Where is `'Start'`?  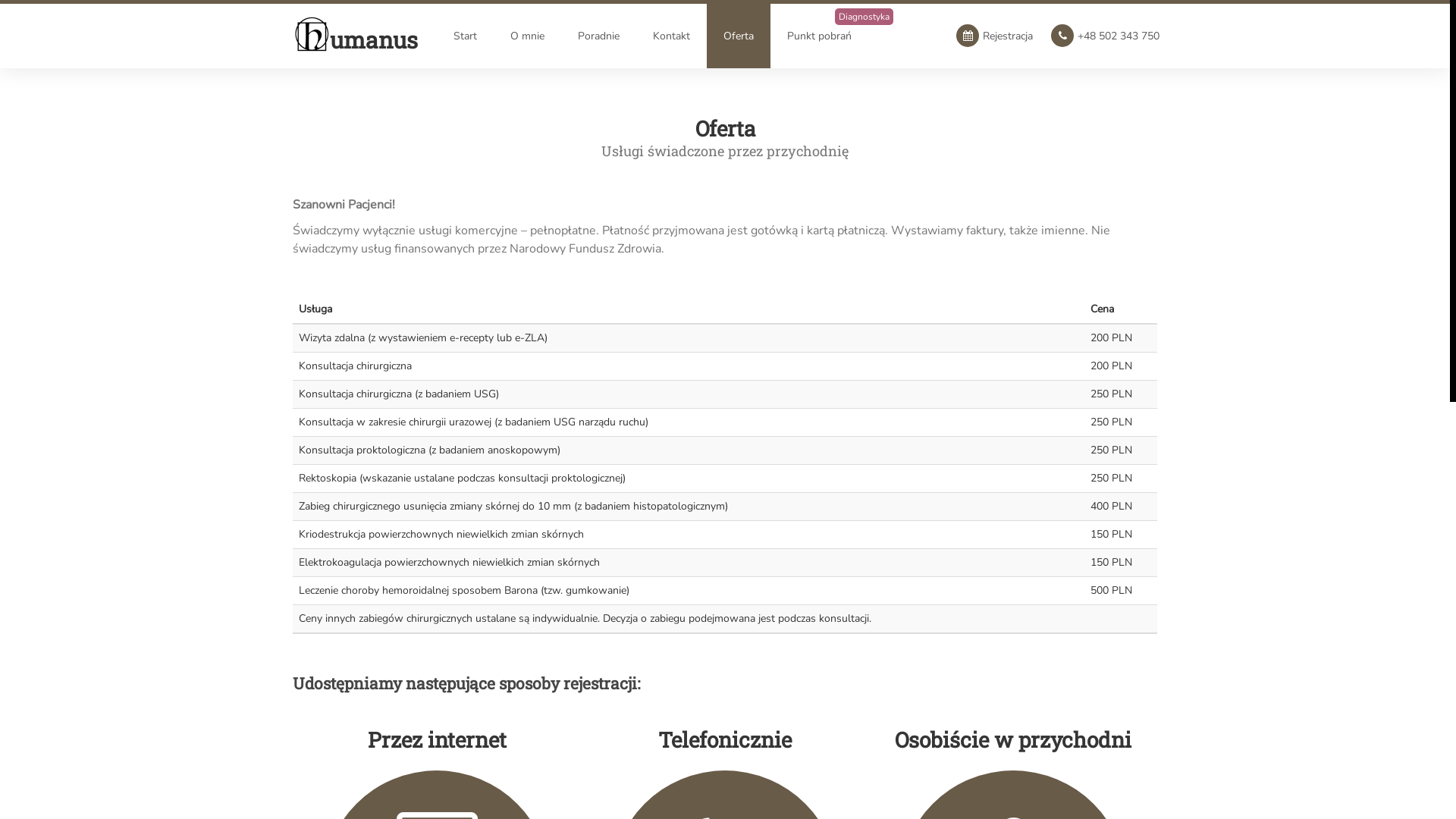
'Start' is located at coordinates (464, 35).